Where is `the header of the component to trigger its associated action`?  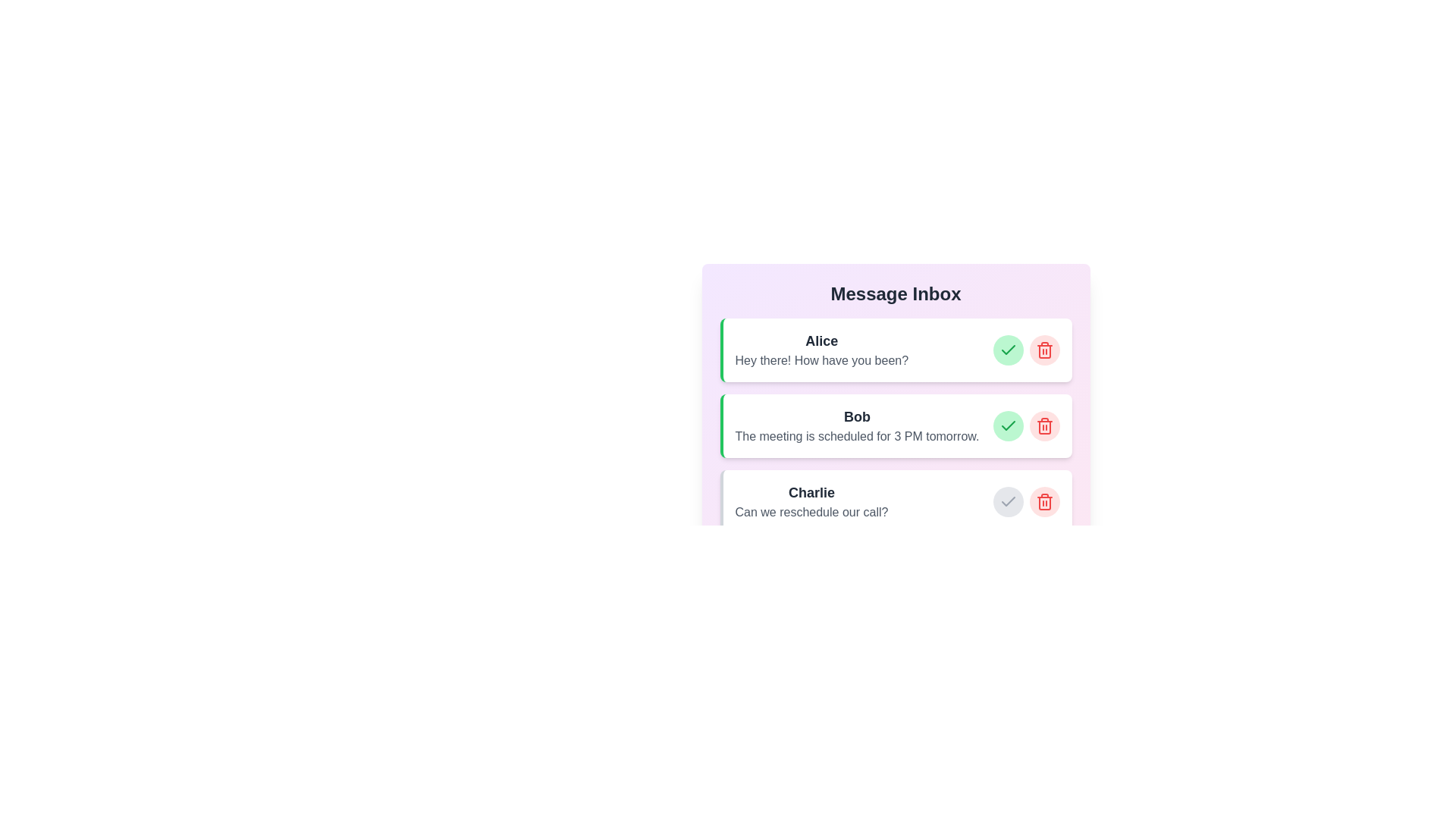 the header of the component to trigger its associated action is located at coordinates (896, 294).